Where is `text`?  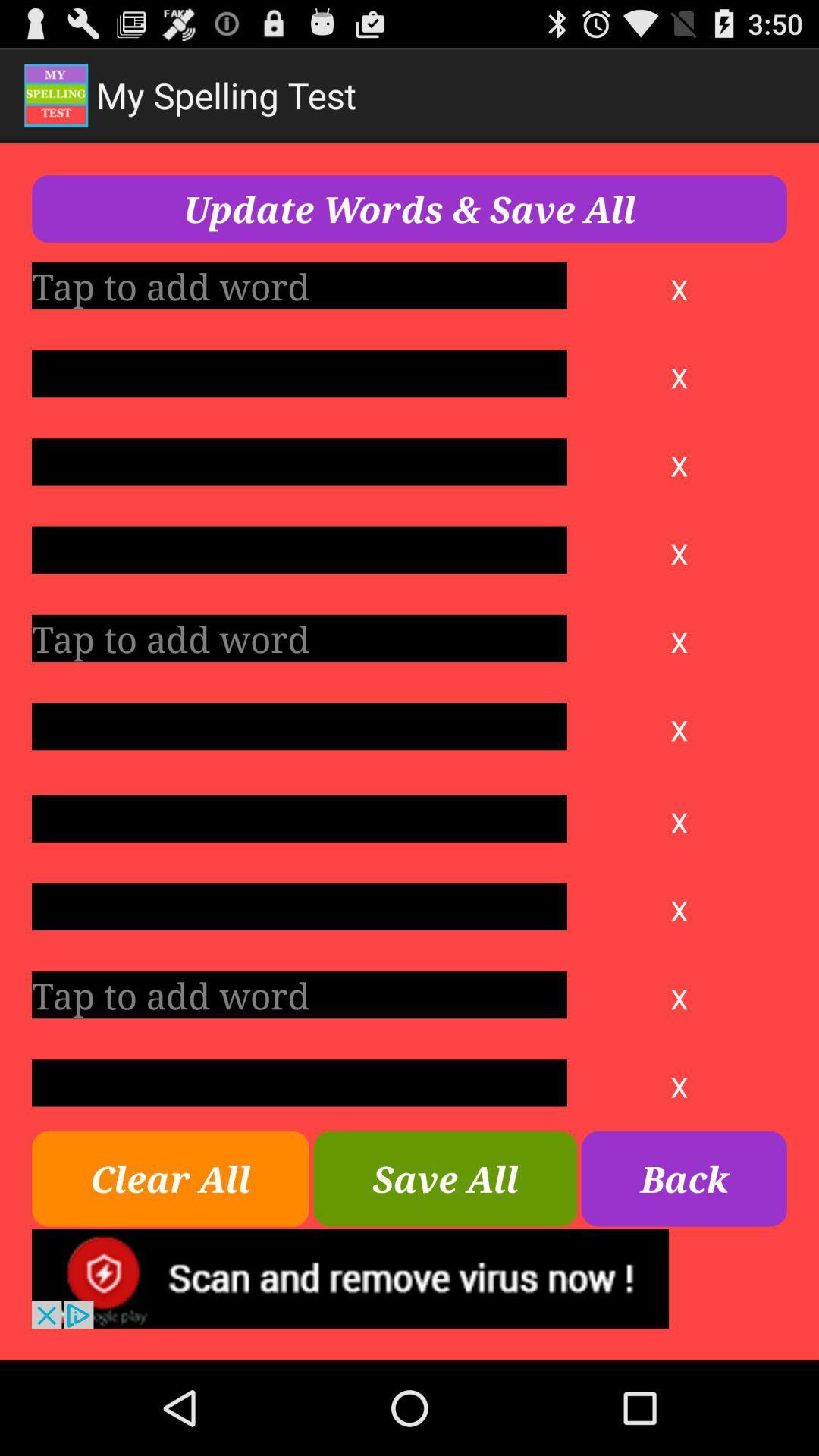
text is located at coordinates (299, 1082).